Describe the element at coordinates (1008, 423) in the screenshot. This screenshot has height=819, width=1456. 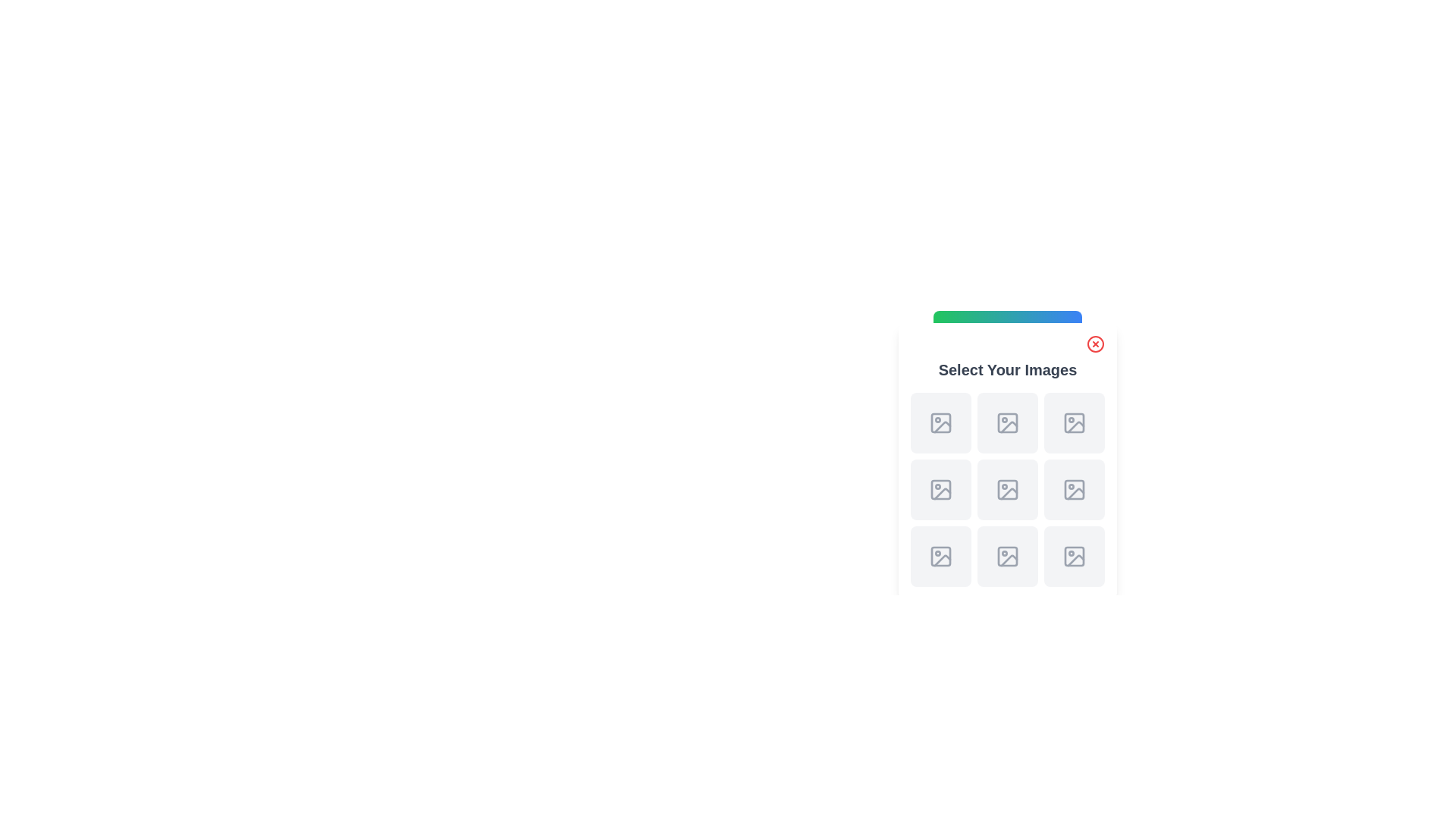
I see `the square-shaped button with a light gray background and an image placeholder icon, located in the middle column of the first row within the 'Select Your Images' panel` at that location.